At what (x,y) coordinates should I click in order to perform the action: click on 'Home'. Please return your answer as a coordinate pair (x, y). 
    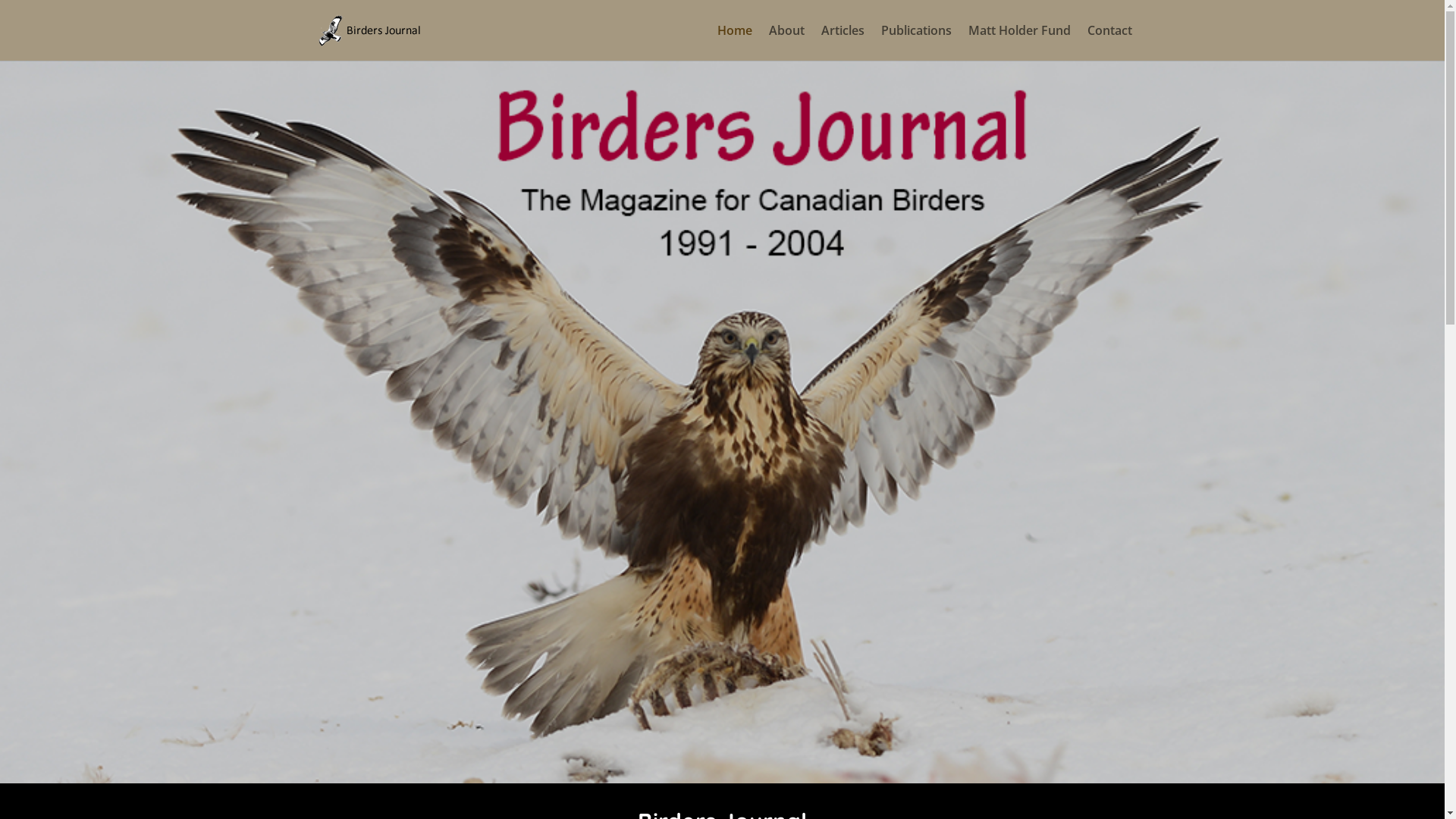
    Looking at the image, I should click on (735, 42).